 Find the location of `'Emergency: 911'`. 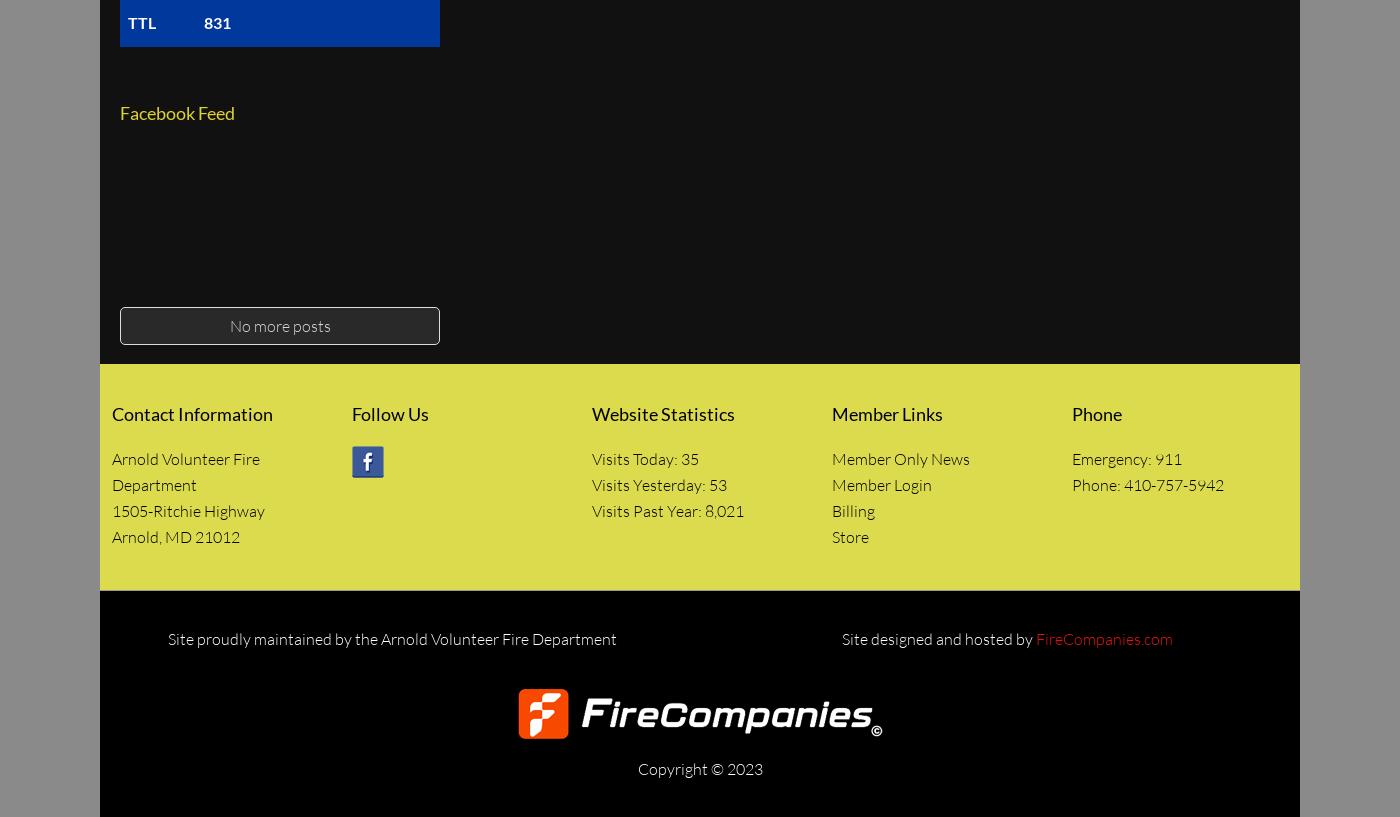

'Emergency: 911' is located at coordinates (1071, 458).